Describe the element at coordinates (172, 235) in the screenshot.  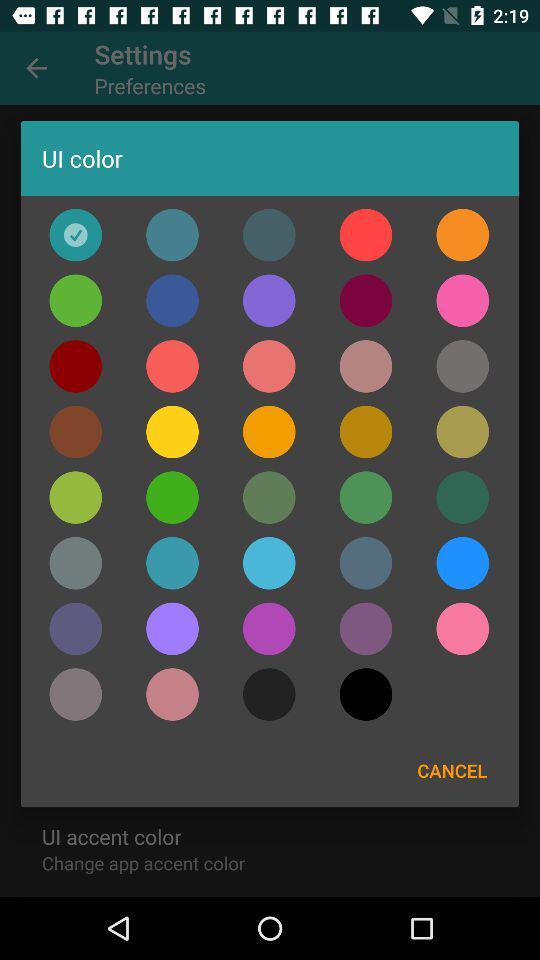
I see `colour option` at that location.